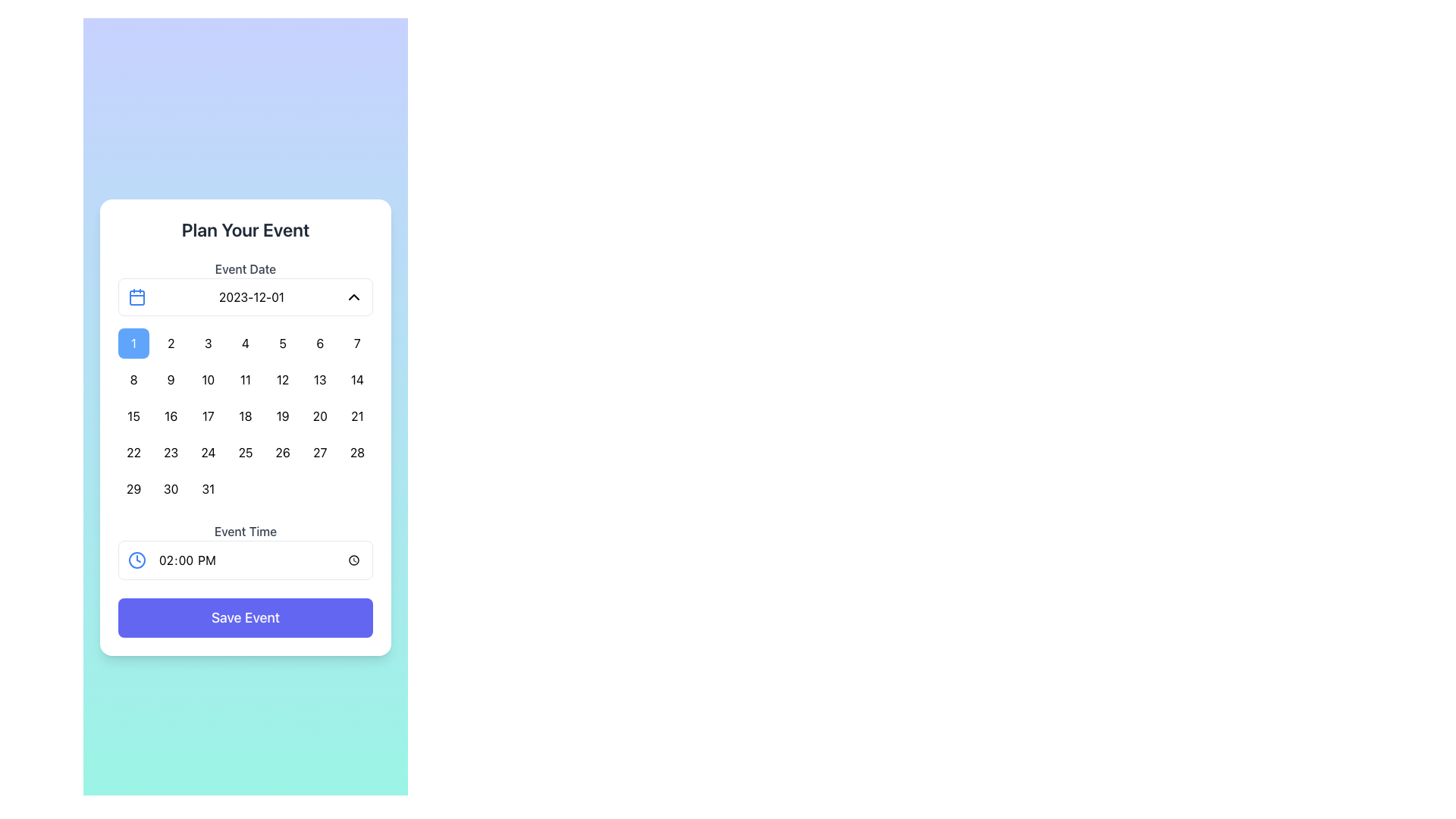  Describe the element at coordinates (356, 416) in the screenshot. I see `the date selector button representing the date '21' in the calendar grid` at that location.